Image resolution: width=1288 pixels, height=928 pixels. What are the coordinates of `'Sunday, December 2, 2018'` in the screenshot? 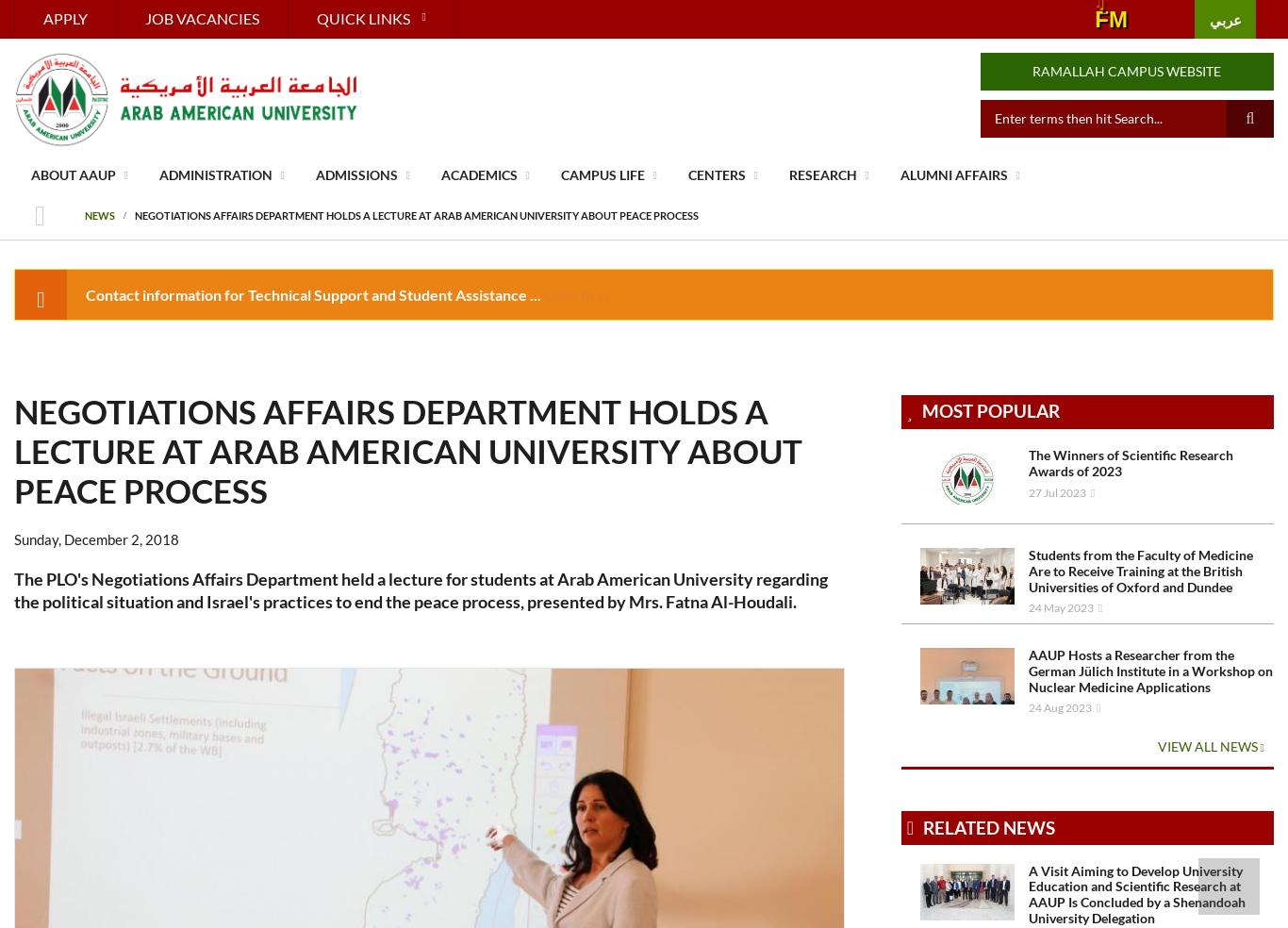 It's located at (96, 538).